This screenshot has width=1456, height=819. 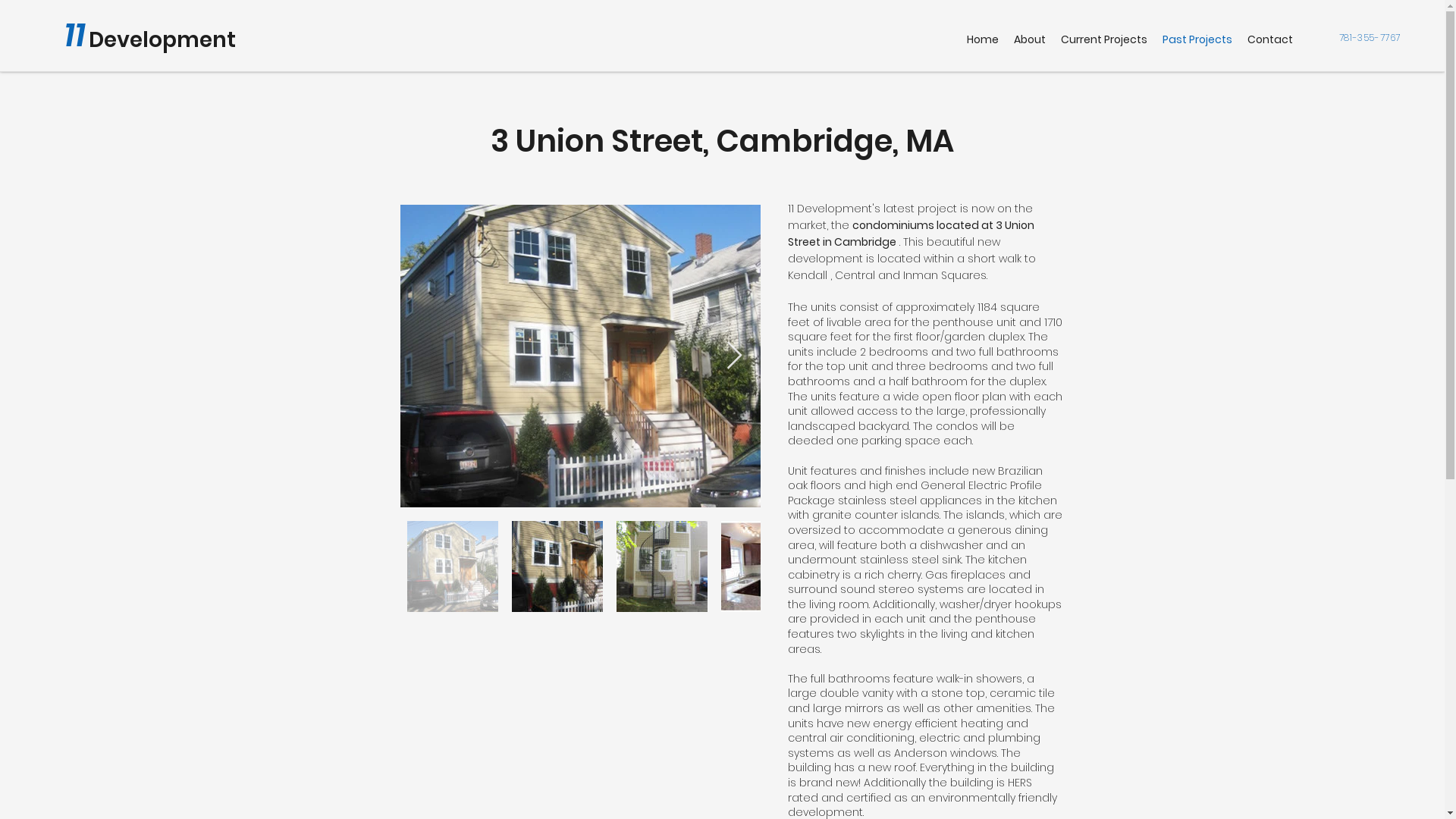 I want to click on 'Current Projects', so click(x=1052, y=39).